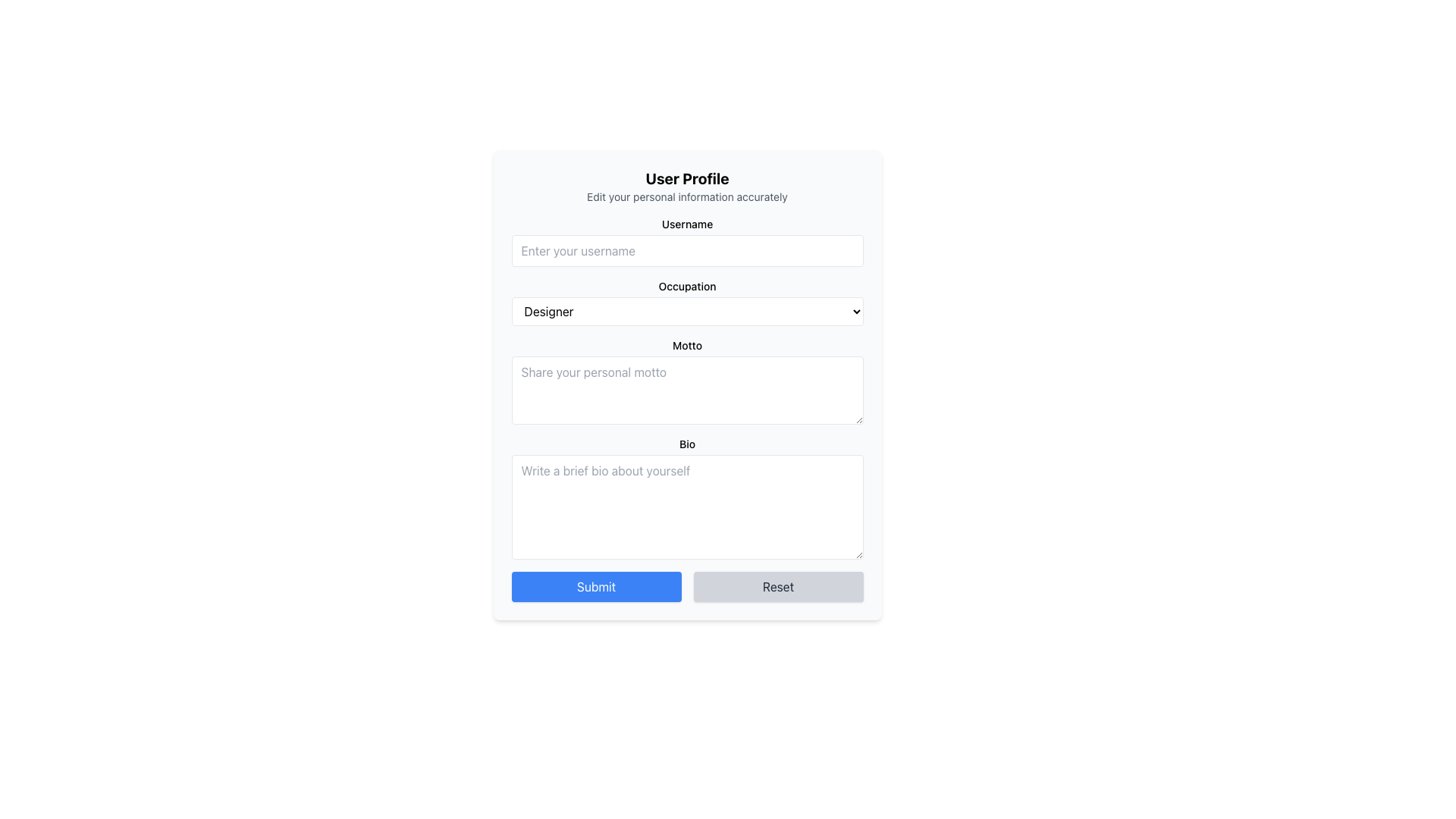  What do you see at coordinates (686, 177) in the screenshot?
I see `the 'User Profile' text label, which is a bold and large font label prominently displayed at the top of the form layout` at bounding box center [686, 177].